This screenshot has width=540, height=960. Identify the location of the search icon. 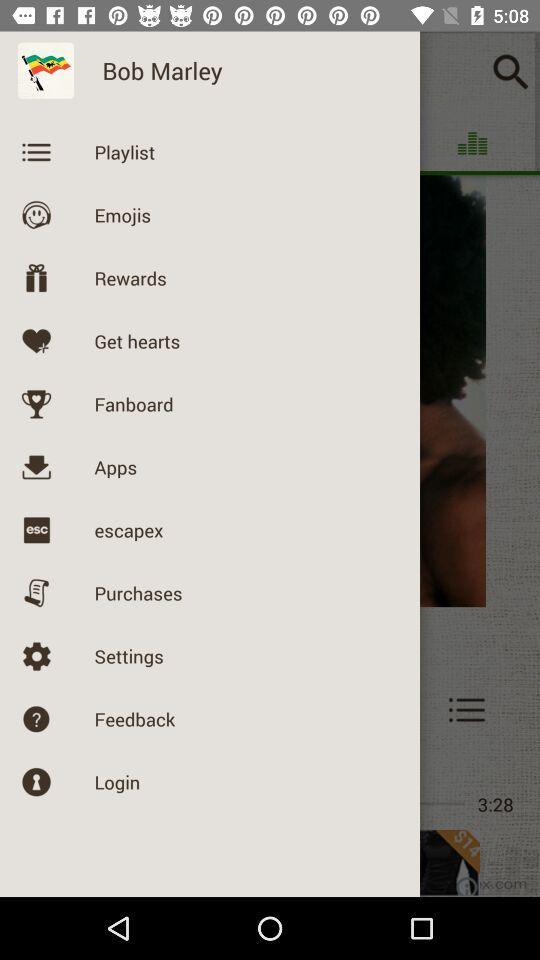
(510, 71).